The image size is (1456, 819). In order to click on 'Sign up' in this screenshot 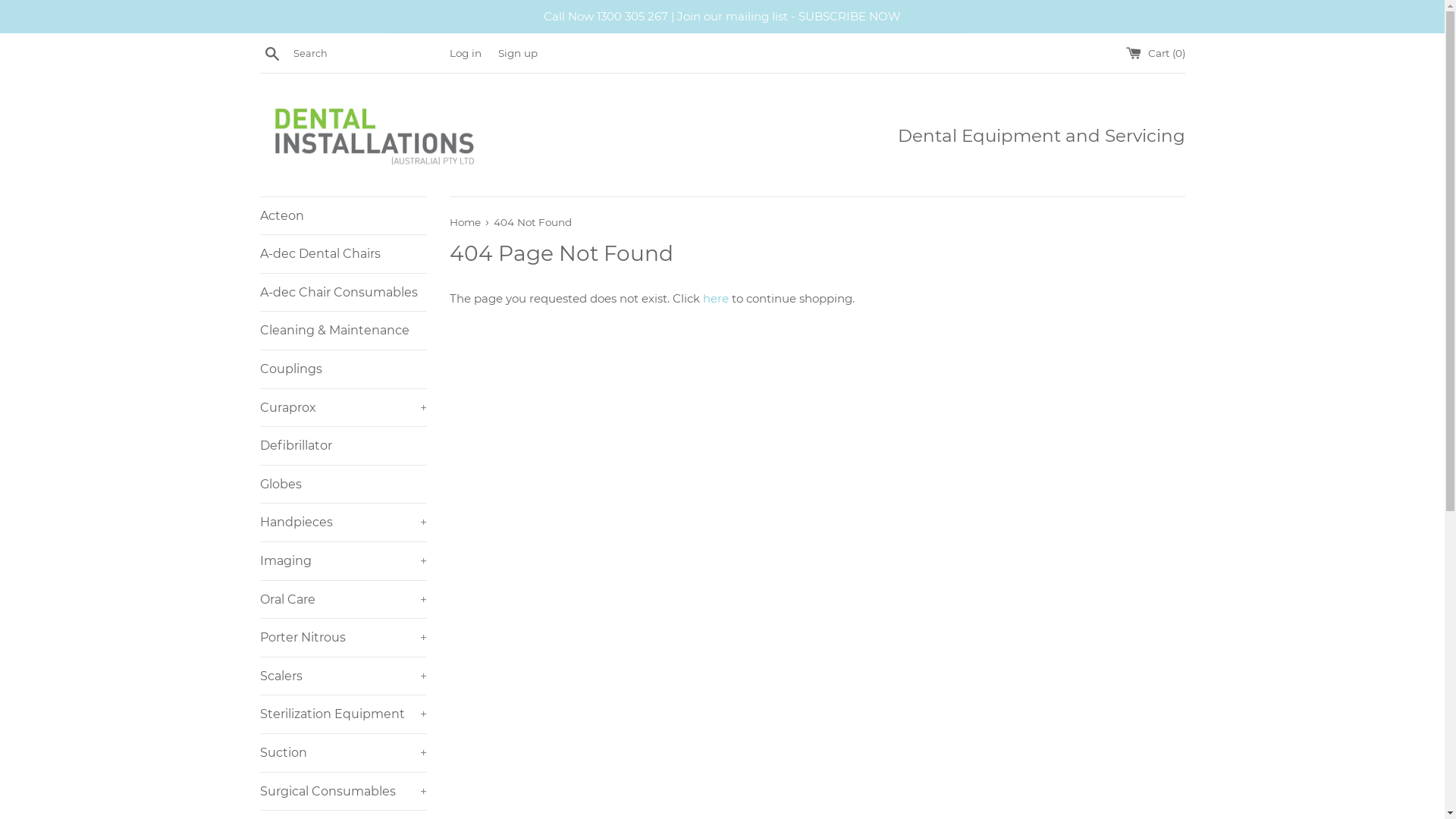, I will do `click(516, 52)`.